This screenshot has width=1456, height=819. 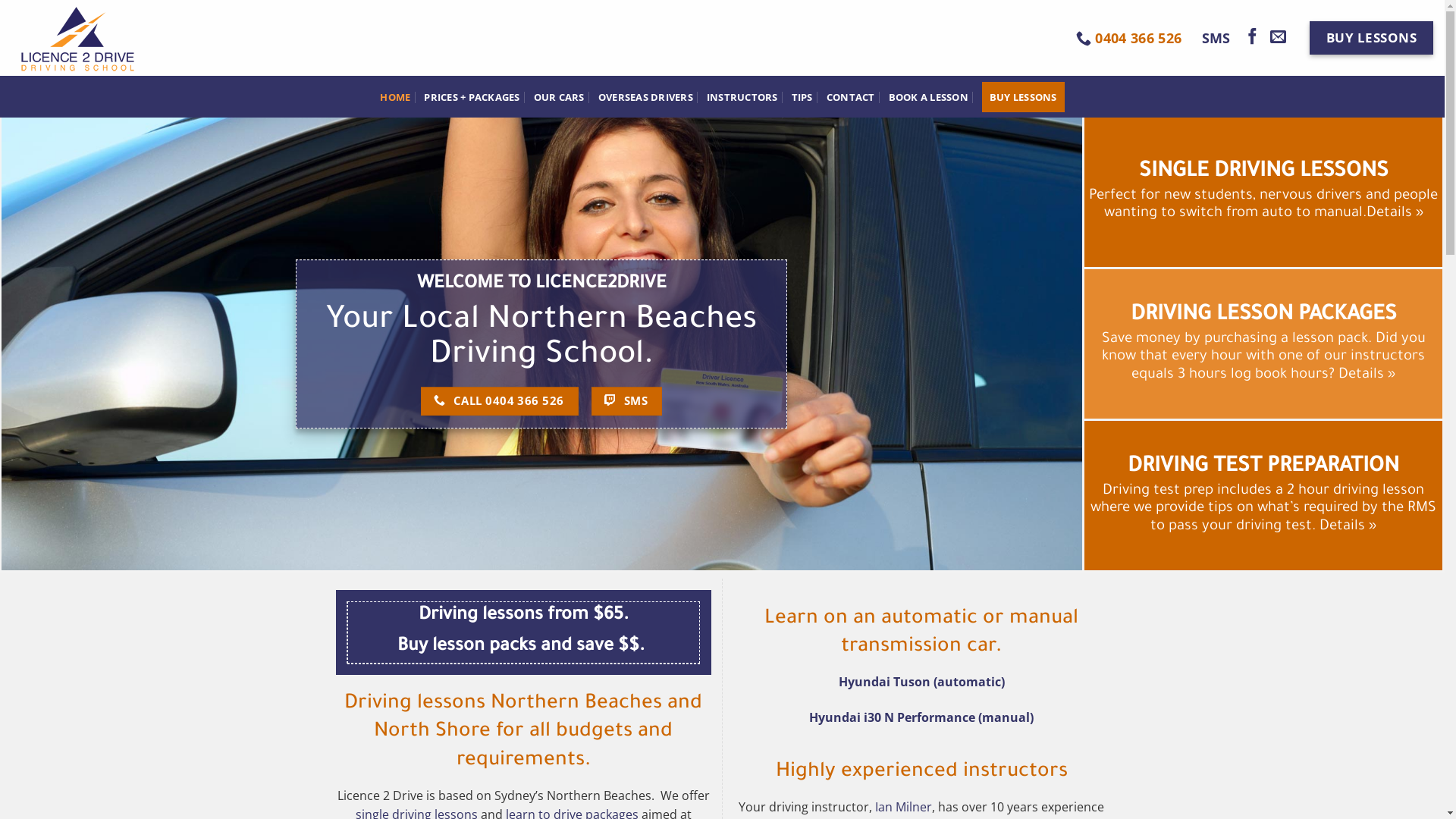 What do you see at coordinates (742, 96) in the screenshot?
I see `'INSTRUCTORS'` at bounding box center [742, 96].